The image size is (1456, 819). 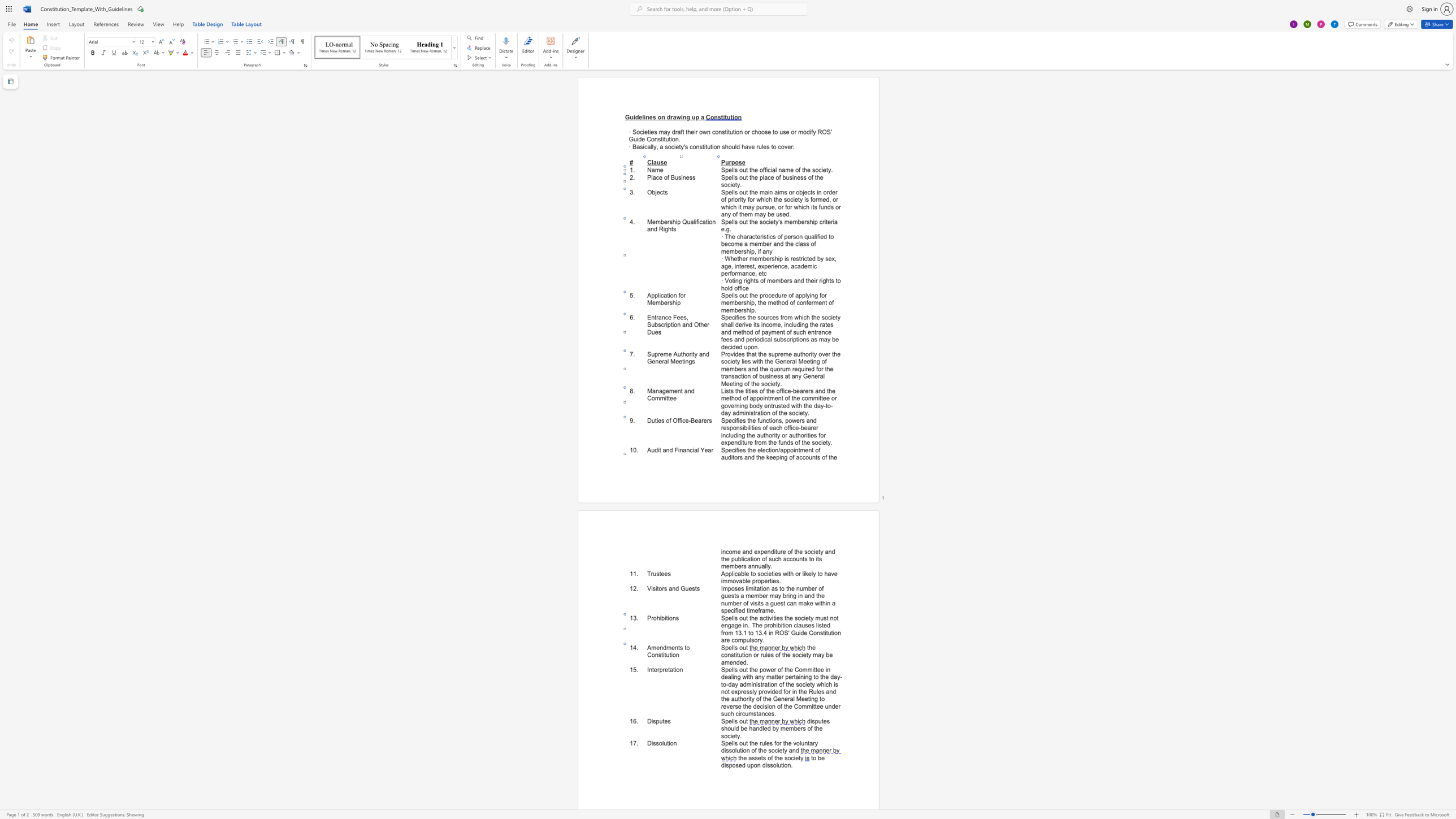 What do you see at coordinates (723, 647) in the screenshot?
I see `the 1th character "S" in the text` at bounding box center [723, 647].